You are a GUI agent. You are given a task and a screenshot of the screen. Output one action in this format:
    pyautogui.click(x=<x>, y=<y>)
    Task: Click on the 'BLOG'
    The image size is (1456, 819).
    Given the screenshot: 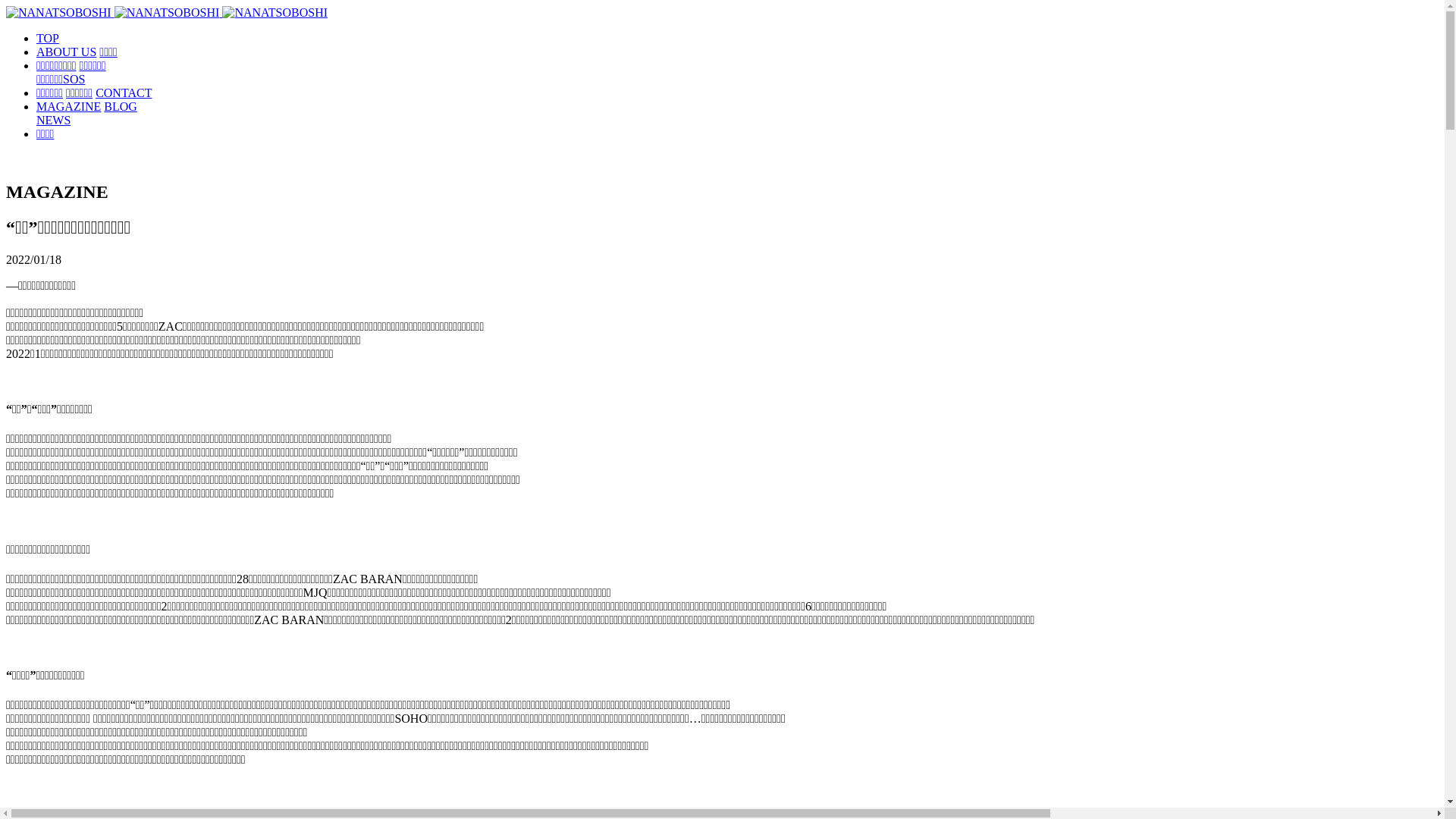 What is the action you would take?
    pyautogui.click(x=119, y=105)
    